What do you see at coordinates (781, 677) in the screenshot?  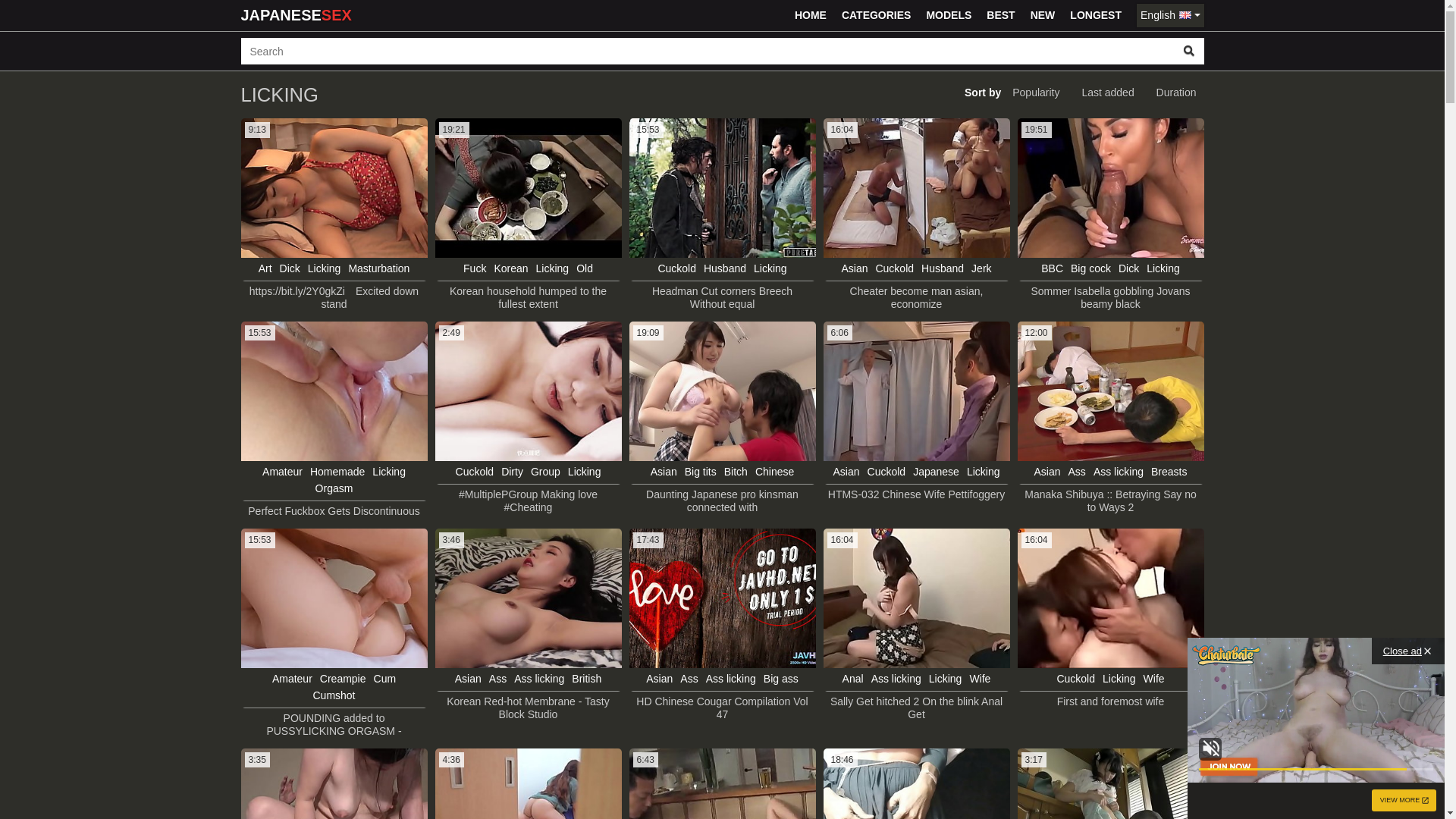 I see `'Big ass'` at bounding box center [781, 677].